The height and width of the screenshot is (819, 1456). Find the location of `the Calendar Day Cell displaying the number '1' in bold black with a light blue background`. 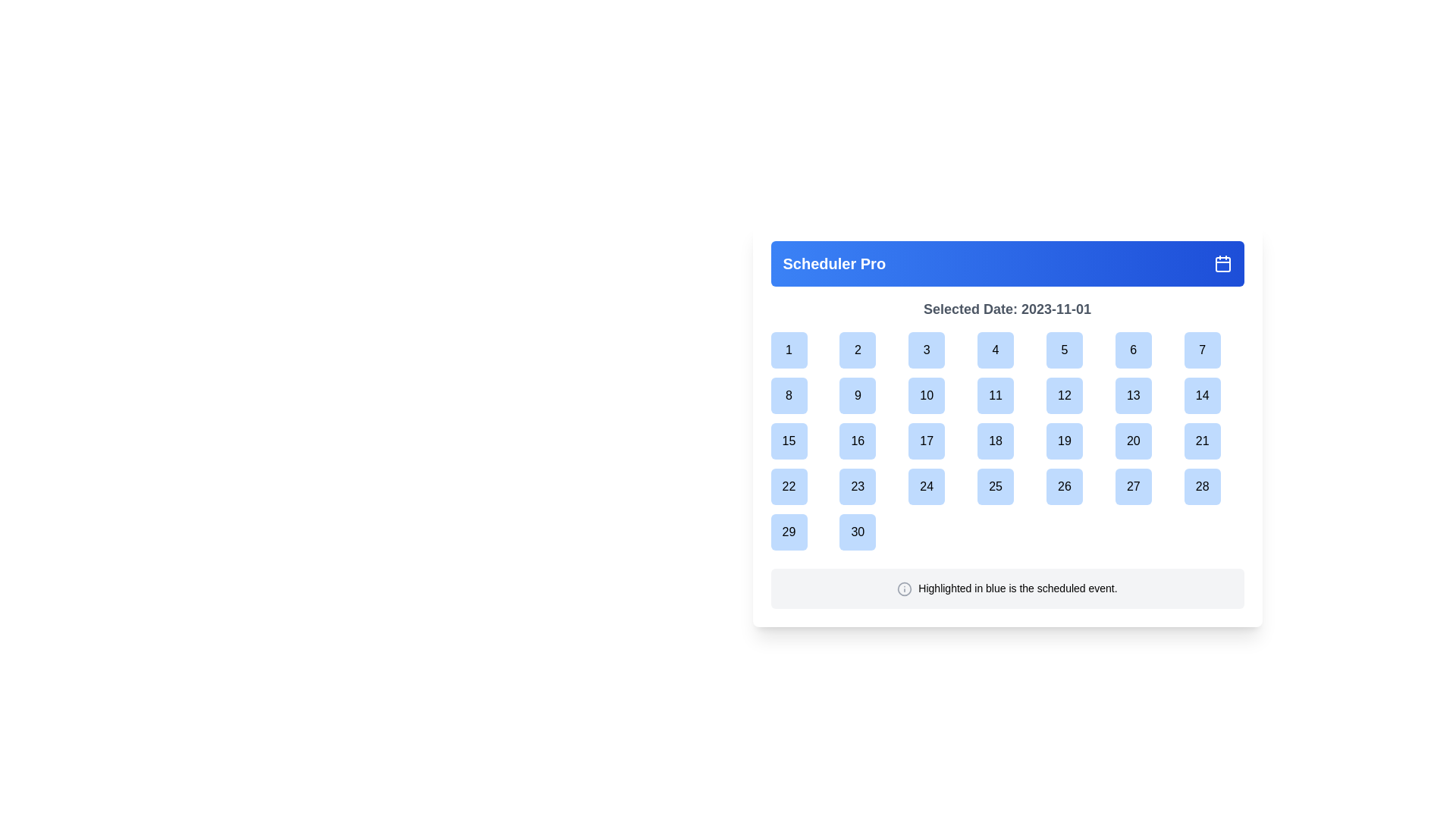

the Calendar Day Cell displaying the number '1' in bold black with a light blue background is located at coordinates (800, 350).